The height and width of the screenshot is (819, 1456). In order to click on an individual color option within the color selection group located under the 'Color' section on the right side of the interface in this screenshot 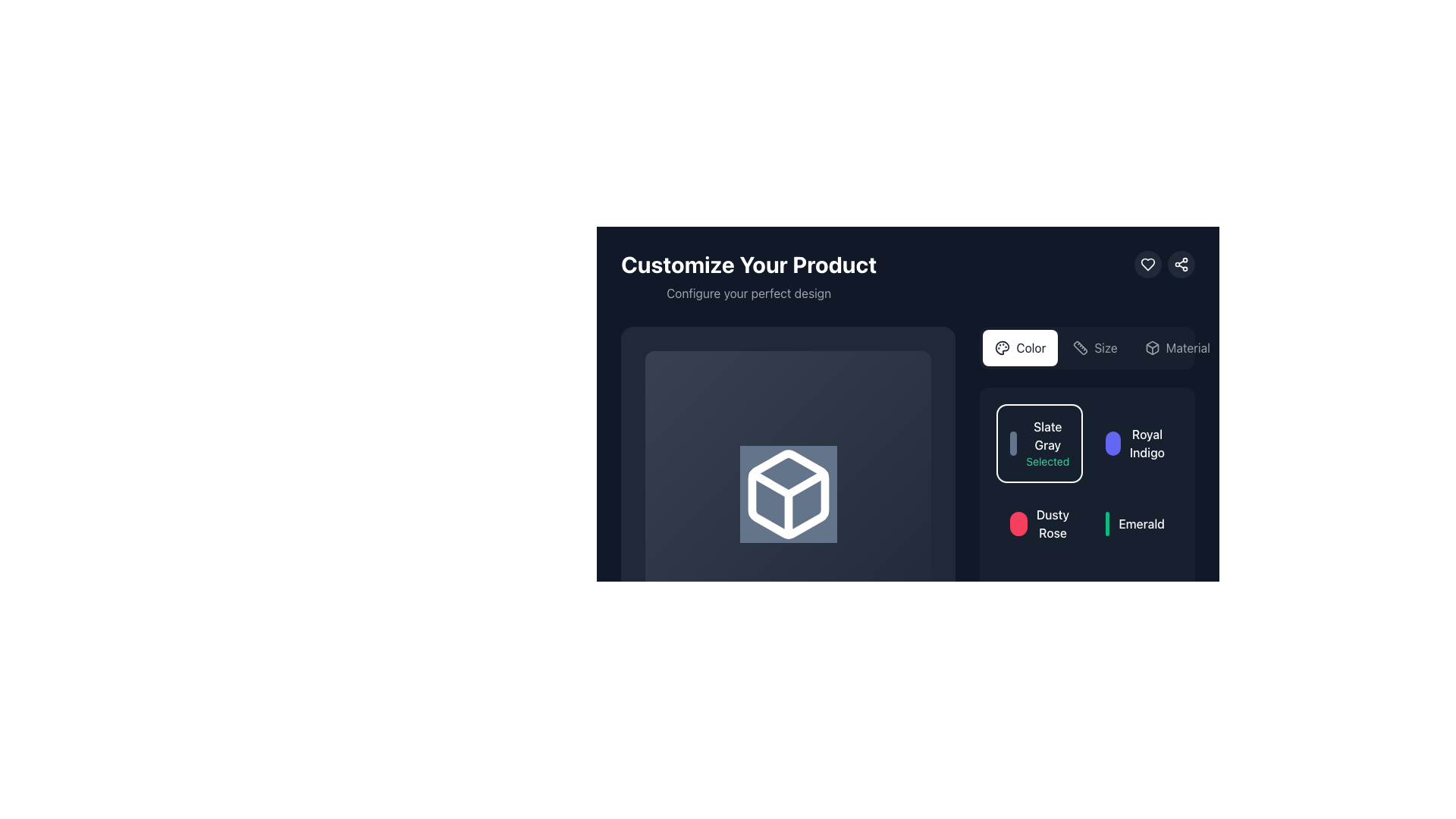, I will do `click(1087, 516)`.